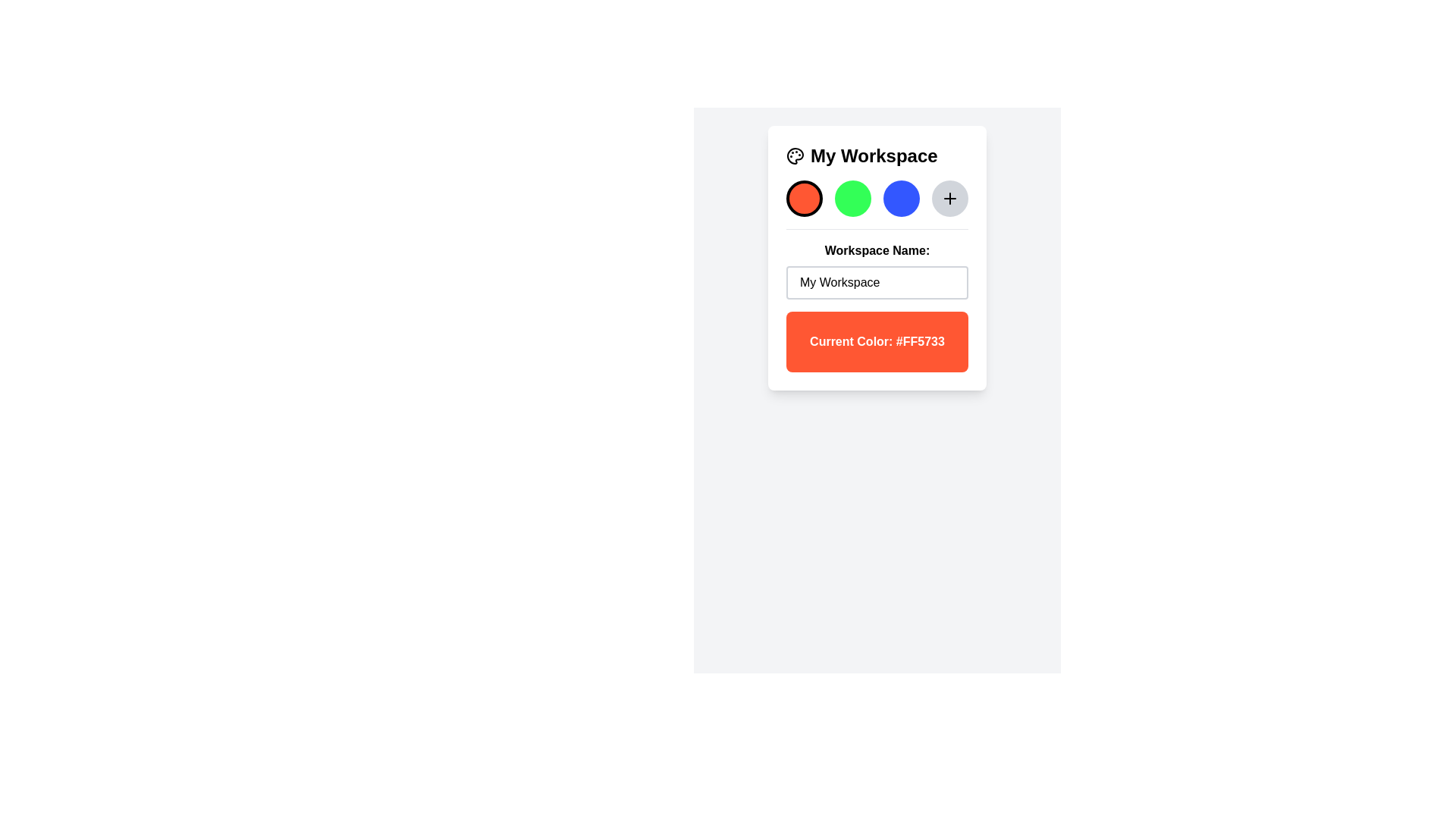 This screenshot has width=1456, height=819. Describe the element at coordinates (803, 198) in the screenshot. I see `the first circular button in the grid located at the top left corner of the card layout` at that location.